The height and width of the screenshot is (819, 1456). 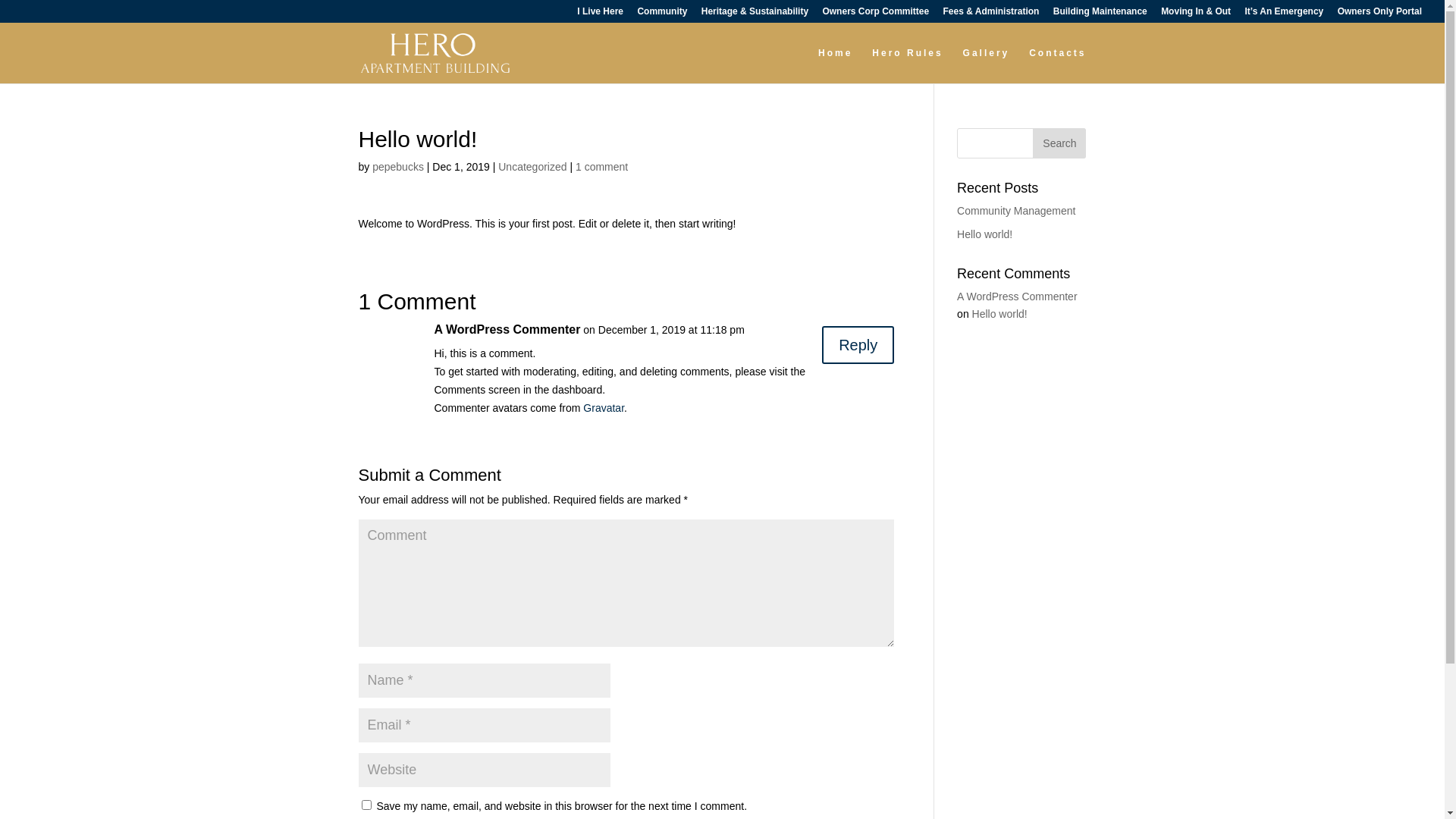 I want to click on 'I Live Here', so click(x=599, y=14).